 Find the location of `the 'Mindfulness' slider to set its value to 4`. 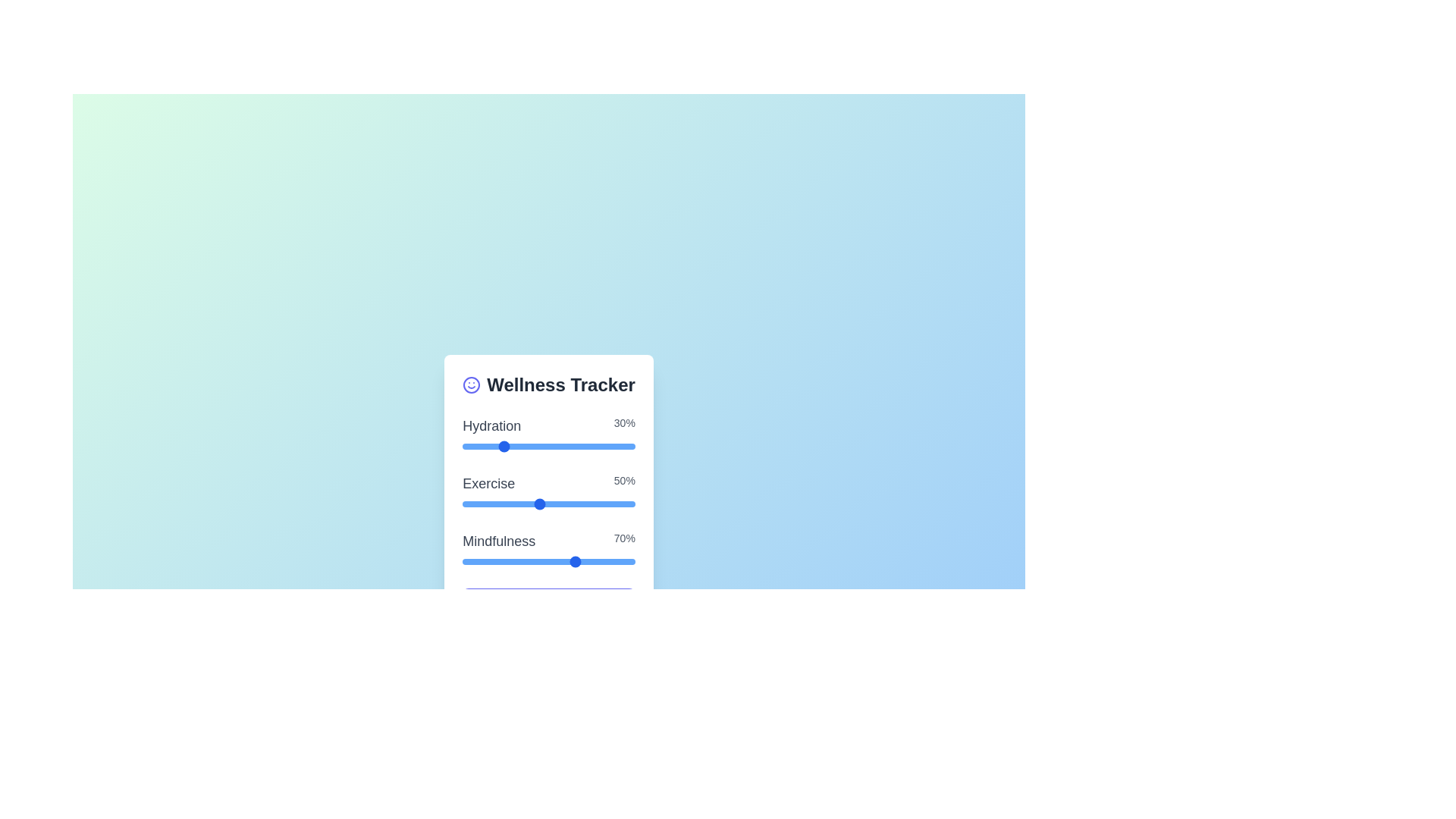

the 'Mindfulness' slider to set its value to 4 is located at coordinates (520, 561).